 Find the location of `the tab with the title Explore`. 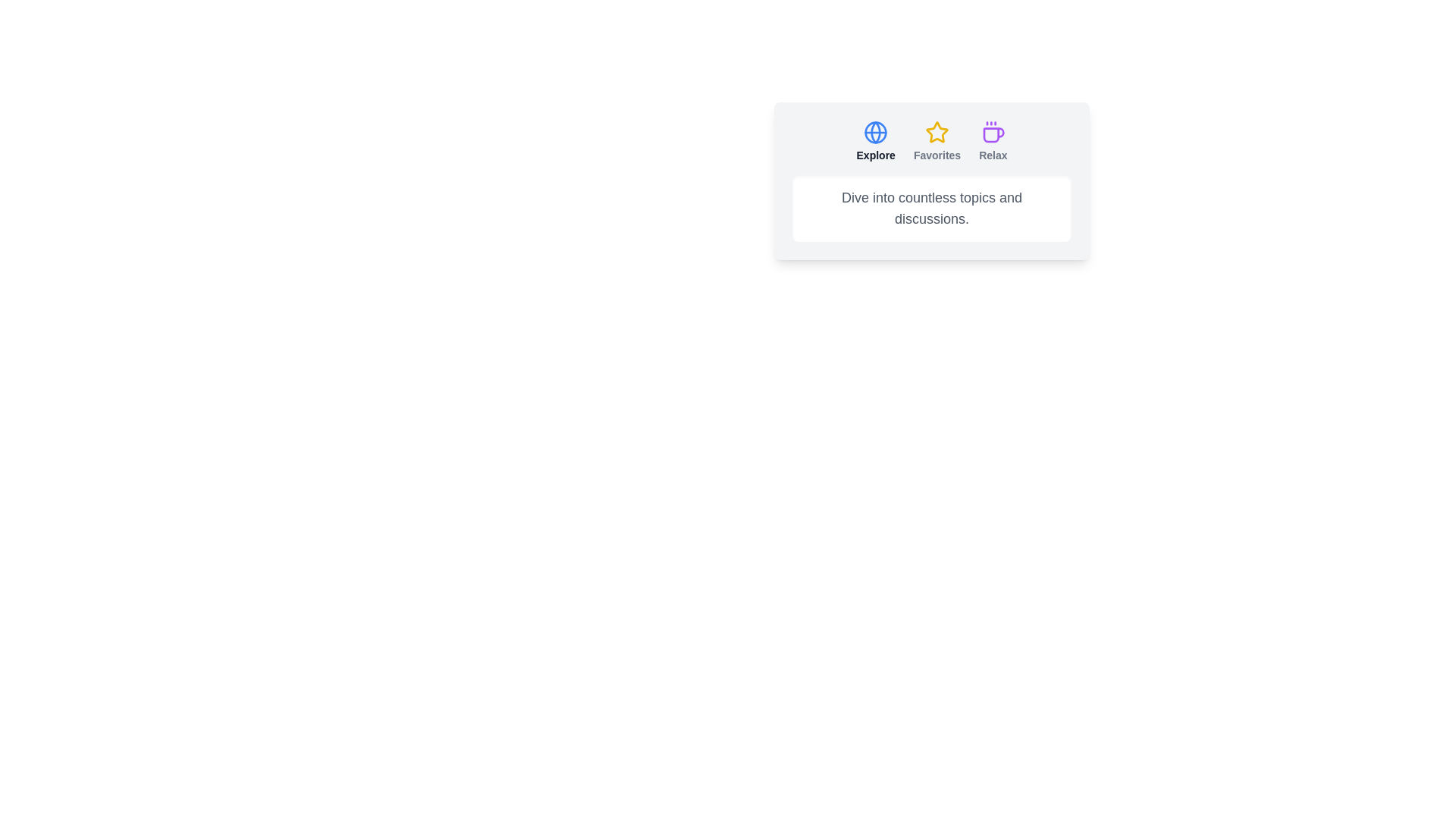

the tab with the title Explore is located at coordinates (876, 141).